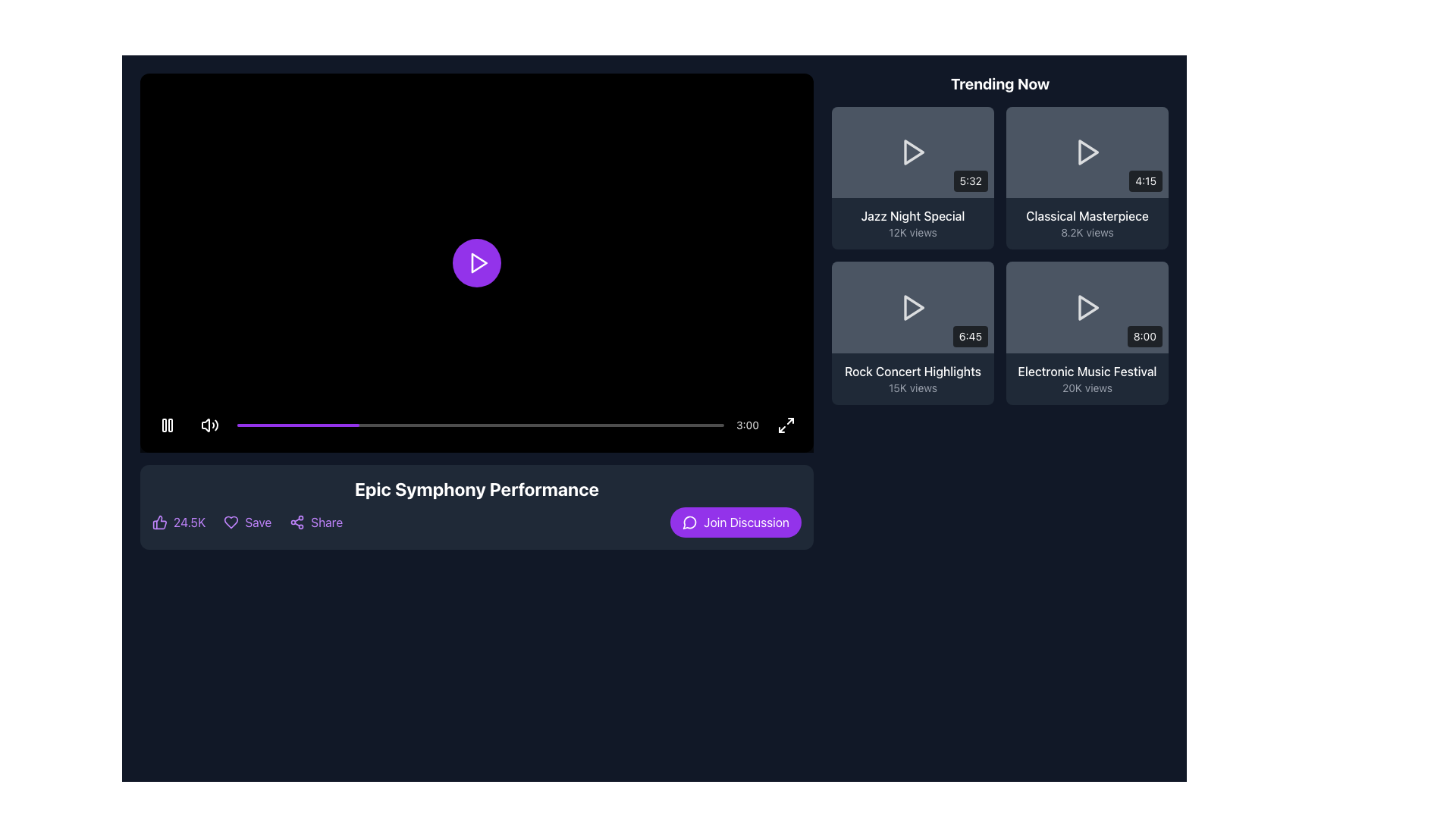  What do you see at coordinates (205, 425) in the screenshot?
I see `the speaker icon on the left side of the playback control bar` at bounding box center [205, 425].